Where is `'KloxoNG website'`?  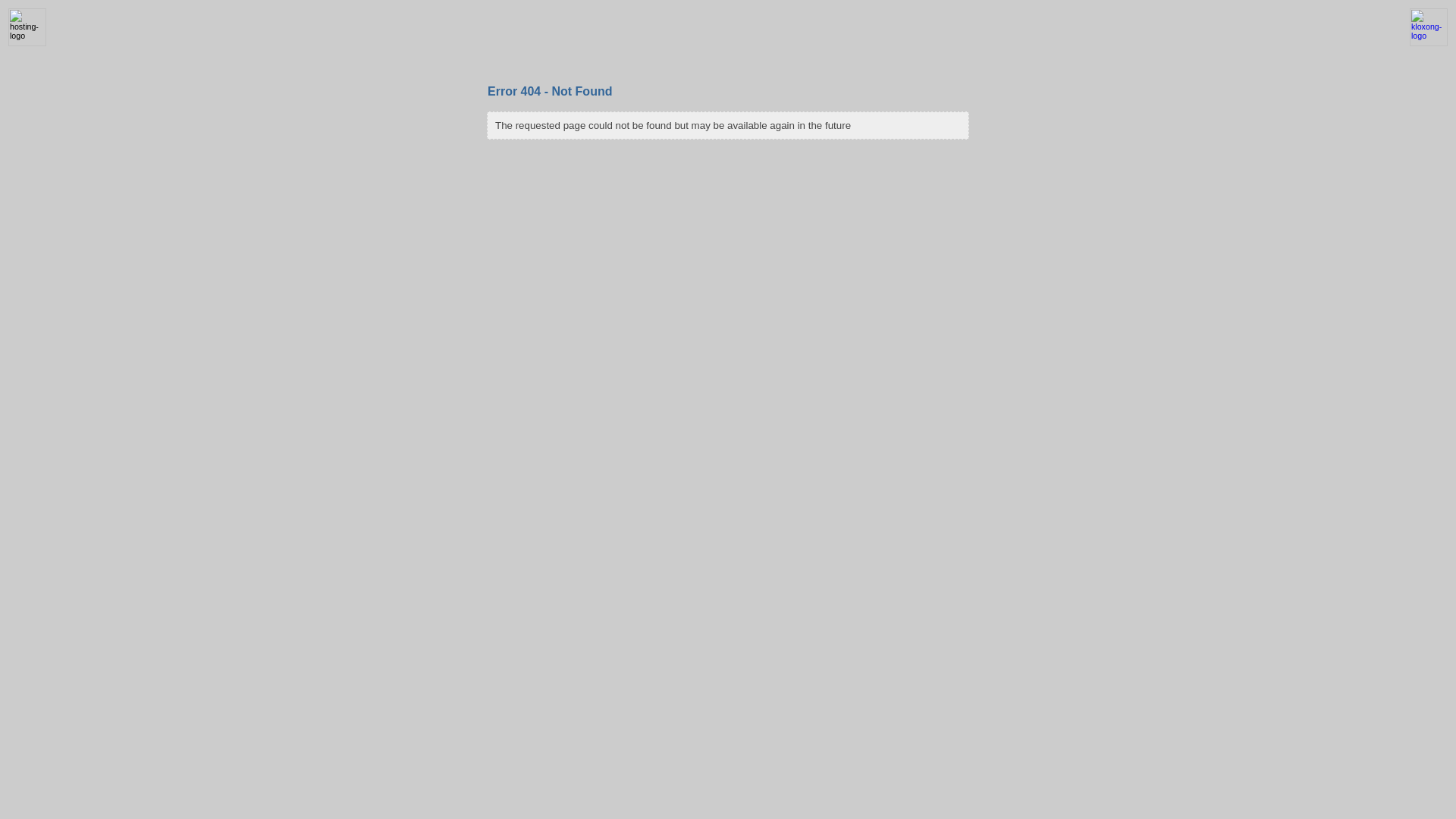
'KloxoNG website' is located at coordinates (1427, 42).